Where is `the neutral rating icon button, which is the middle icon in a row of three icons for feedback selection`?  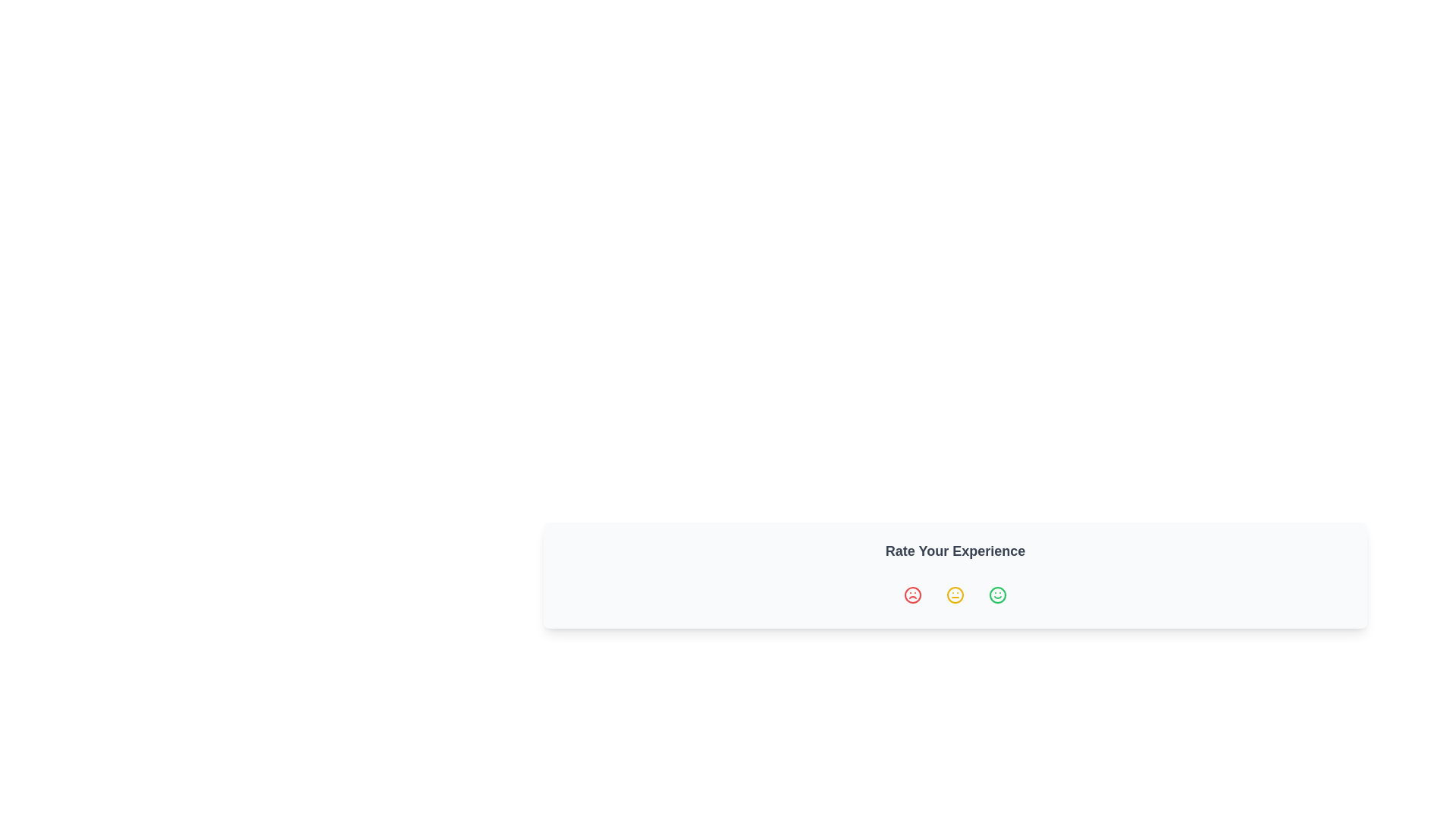 the neutral rating icon button, which is the middle icon in a row of three icons for feedback selection is located at coordinates (954, 595).